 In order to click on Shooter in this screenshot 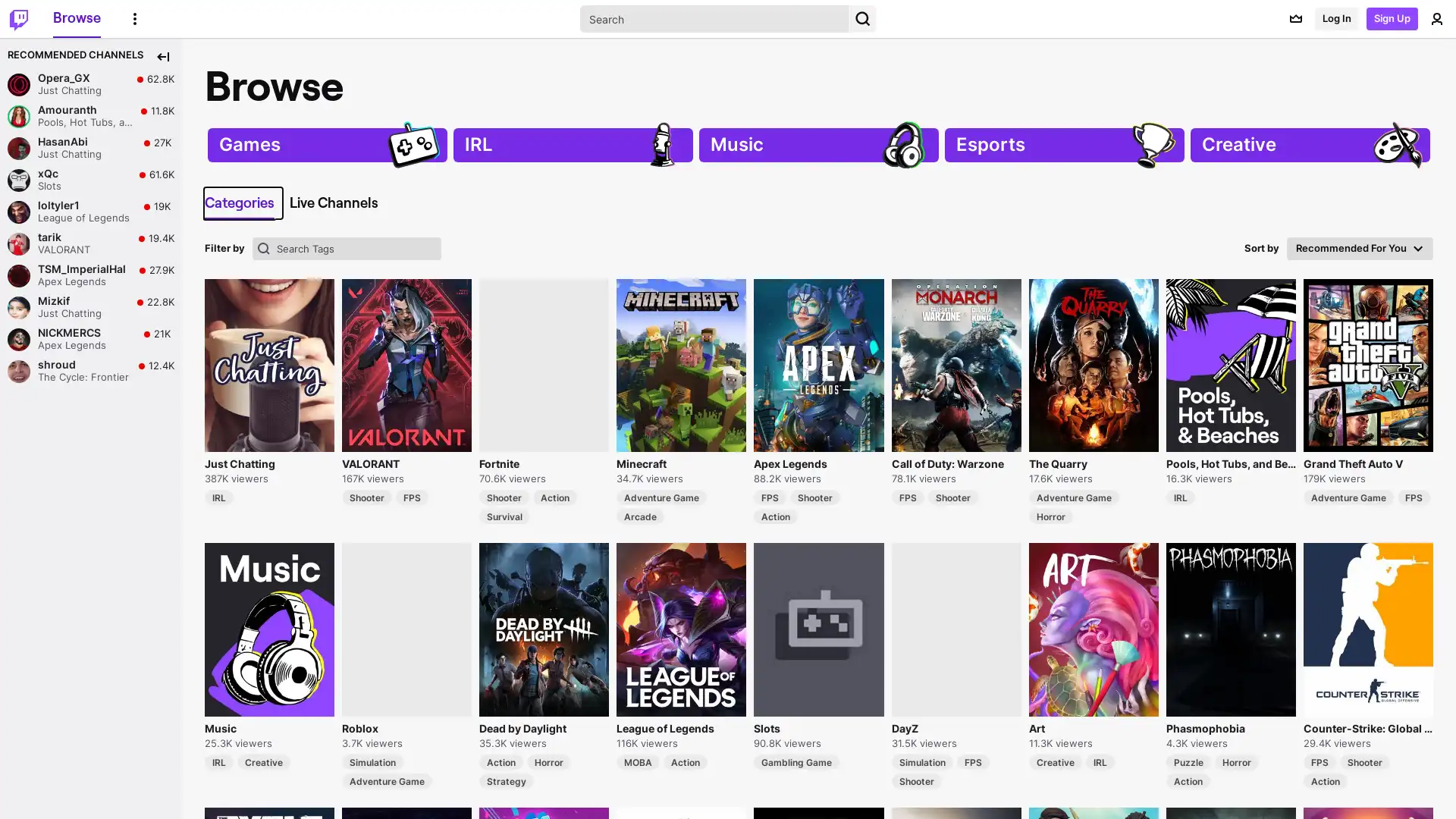, I will do `click(952, 497)`.